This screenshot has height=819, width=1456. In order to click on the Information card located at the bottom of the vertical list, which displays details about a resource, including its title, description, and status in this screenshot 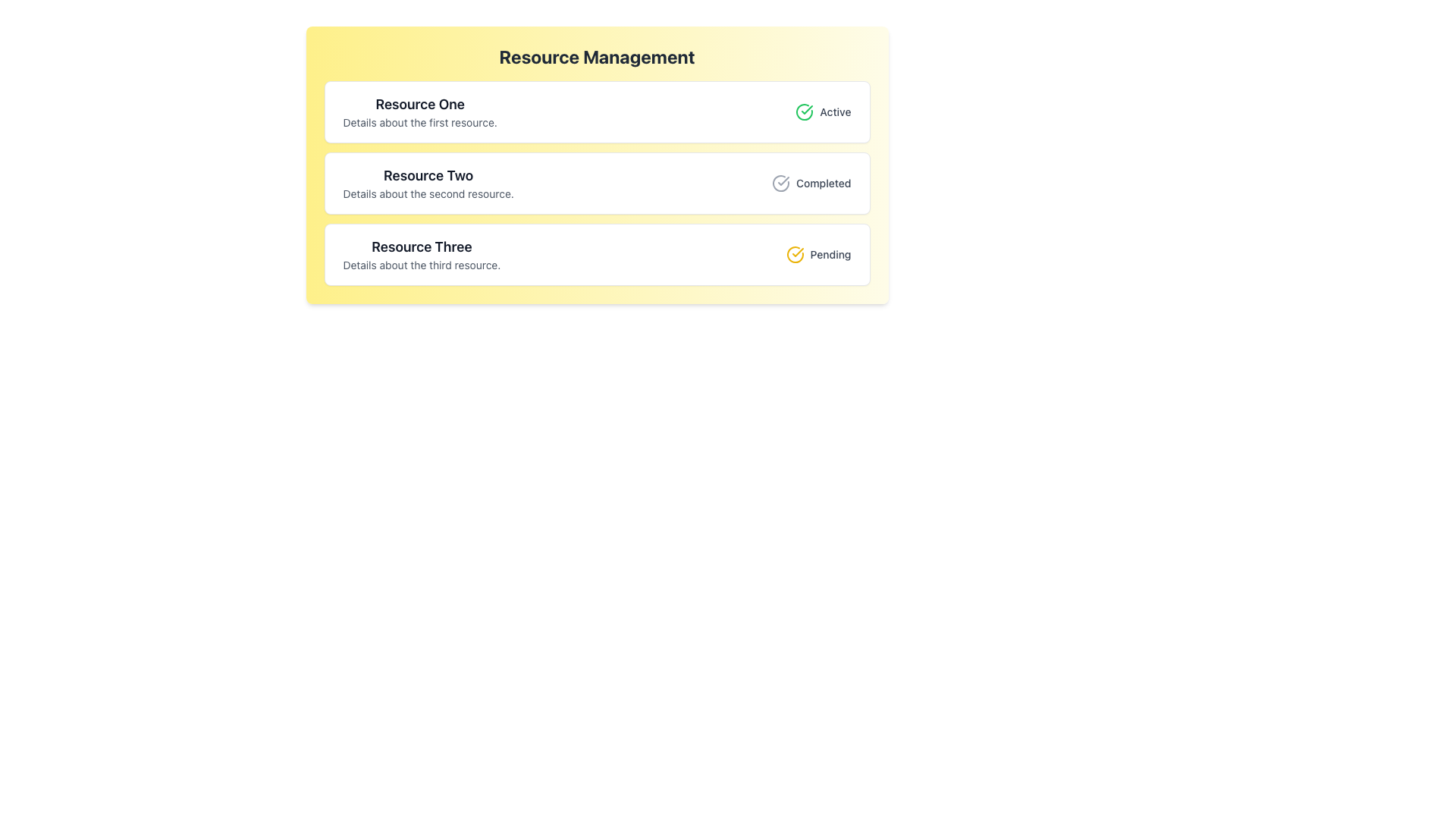, I will do `click(596, 253)`.